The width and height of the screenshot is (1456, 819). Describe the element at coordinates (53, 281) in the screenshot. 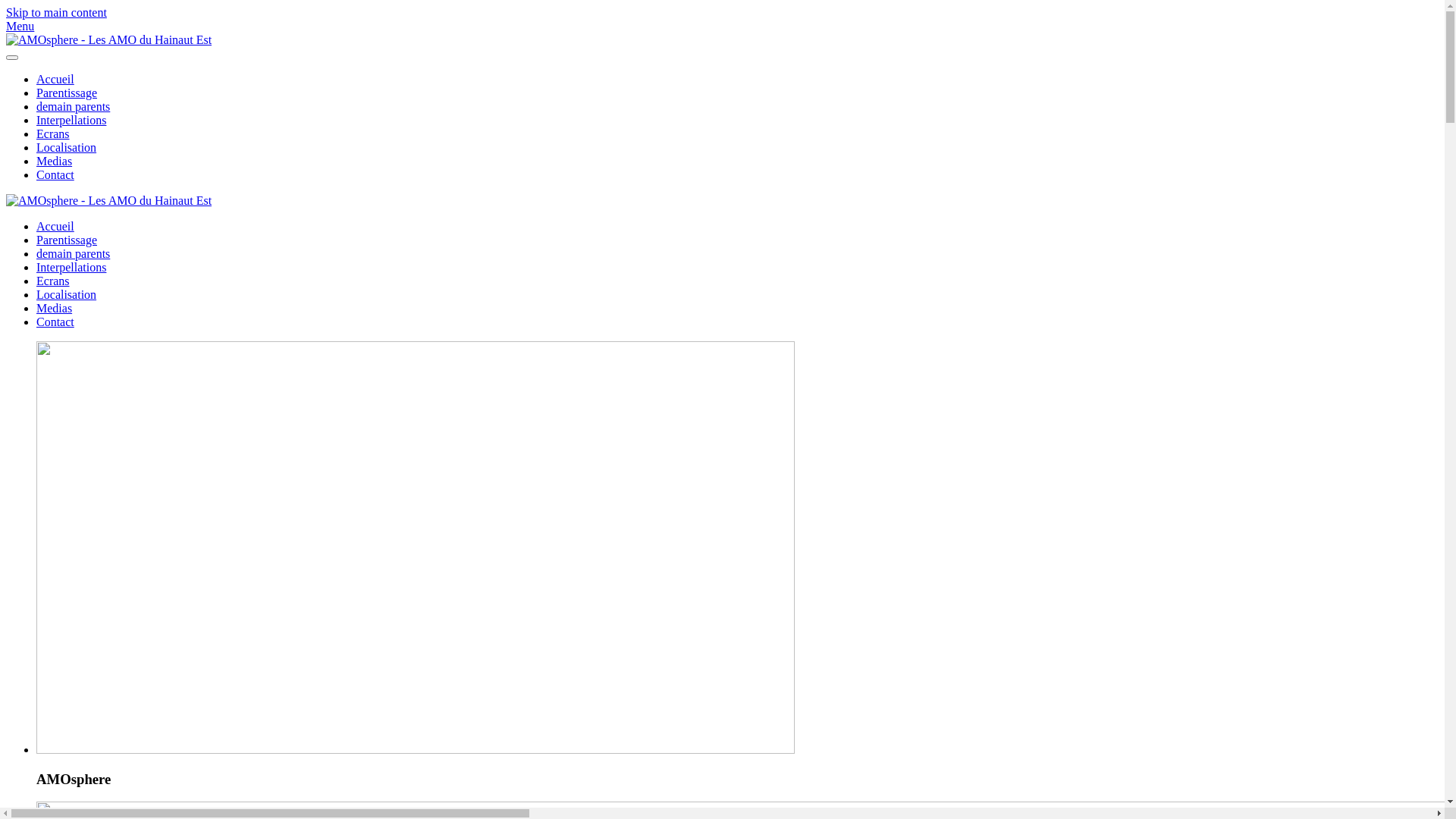

I see `'Ecrans'` at that location.